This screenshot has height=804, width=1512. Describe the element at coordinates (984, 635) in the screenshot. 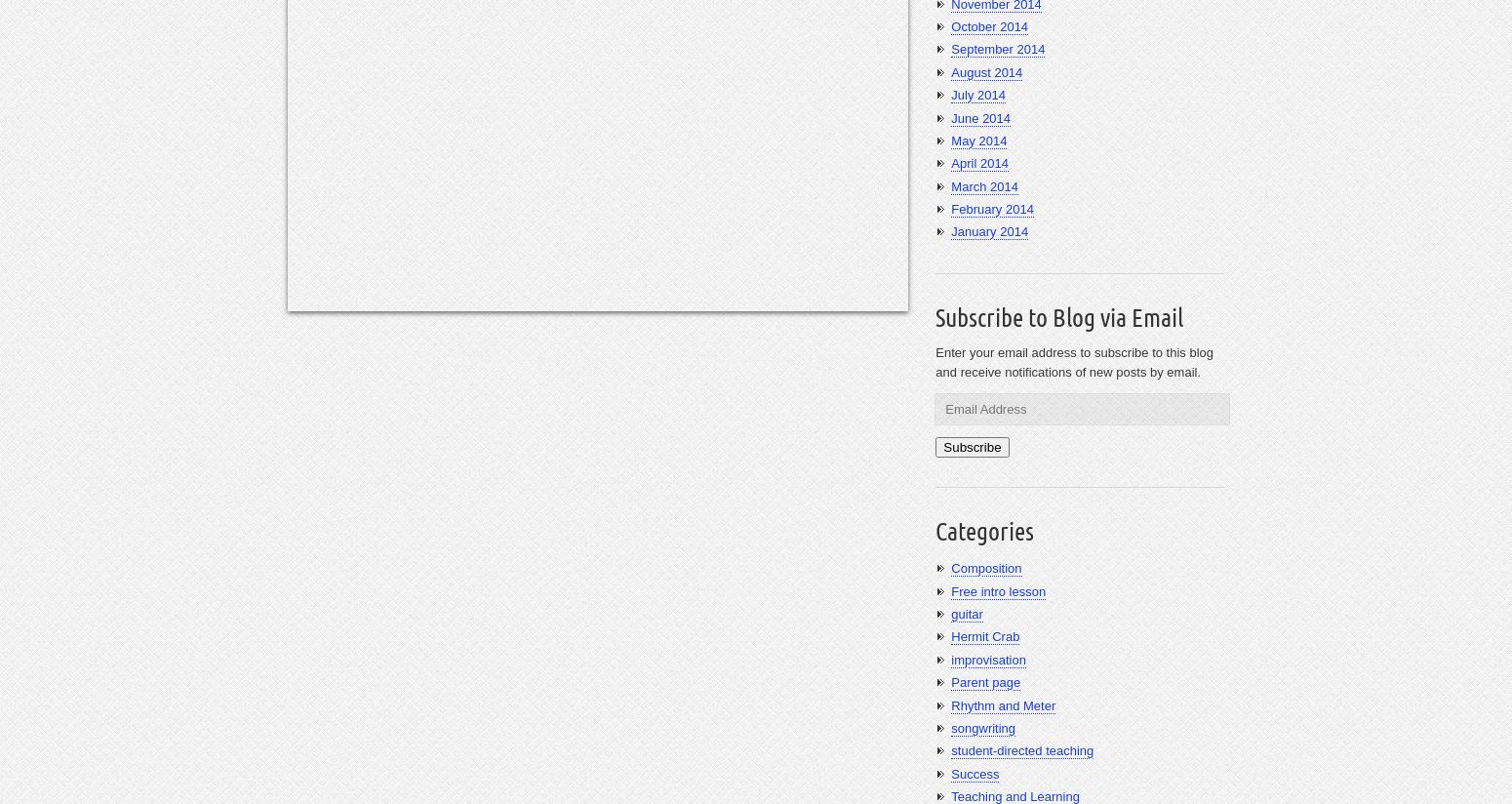

I see `'Hermit Crab'` at that location.